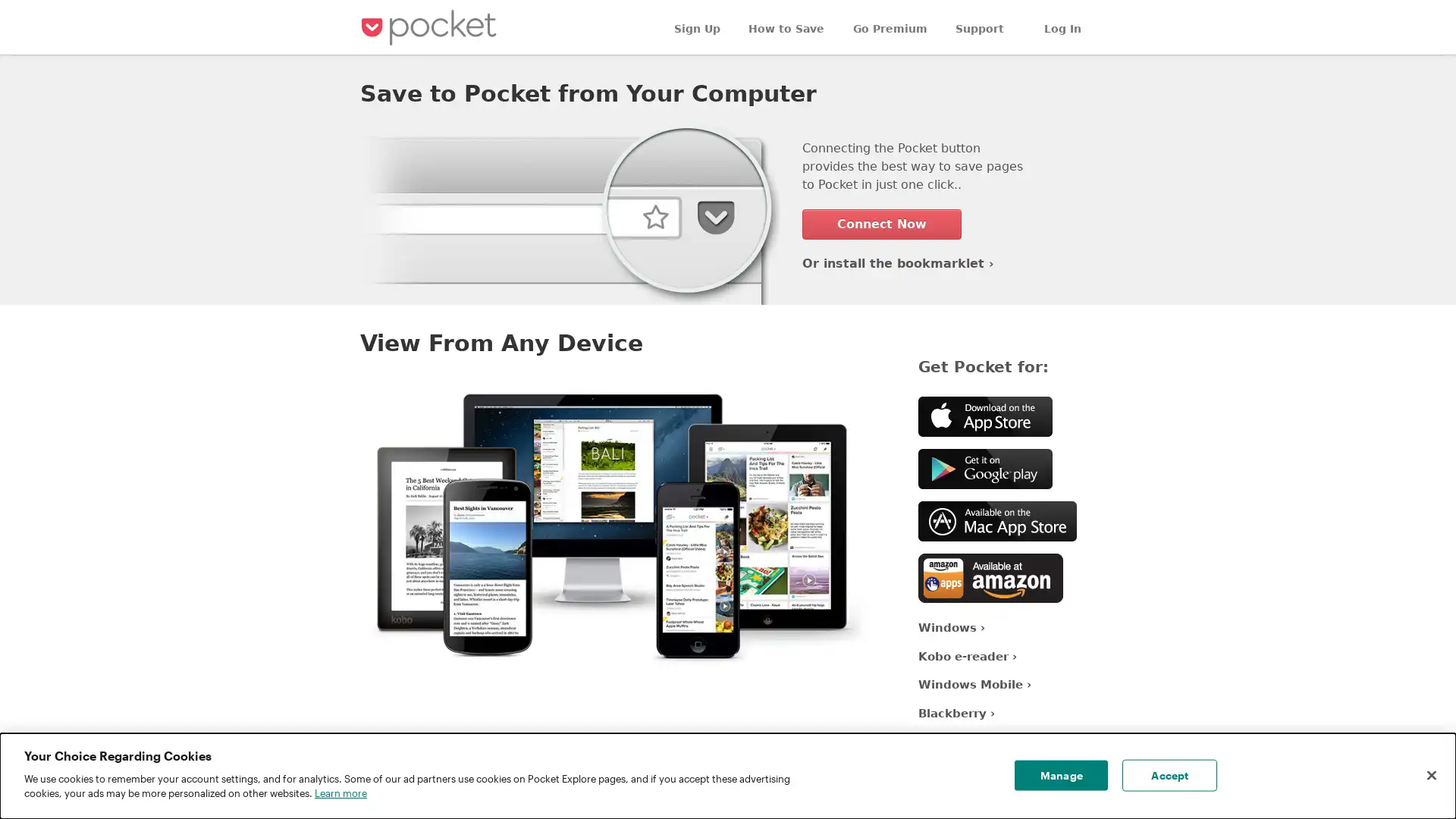 This screenshot has height=819, width=1456. Describe the element at coordinates (1430, 775) in the screenshot. I see `Close` at that location.